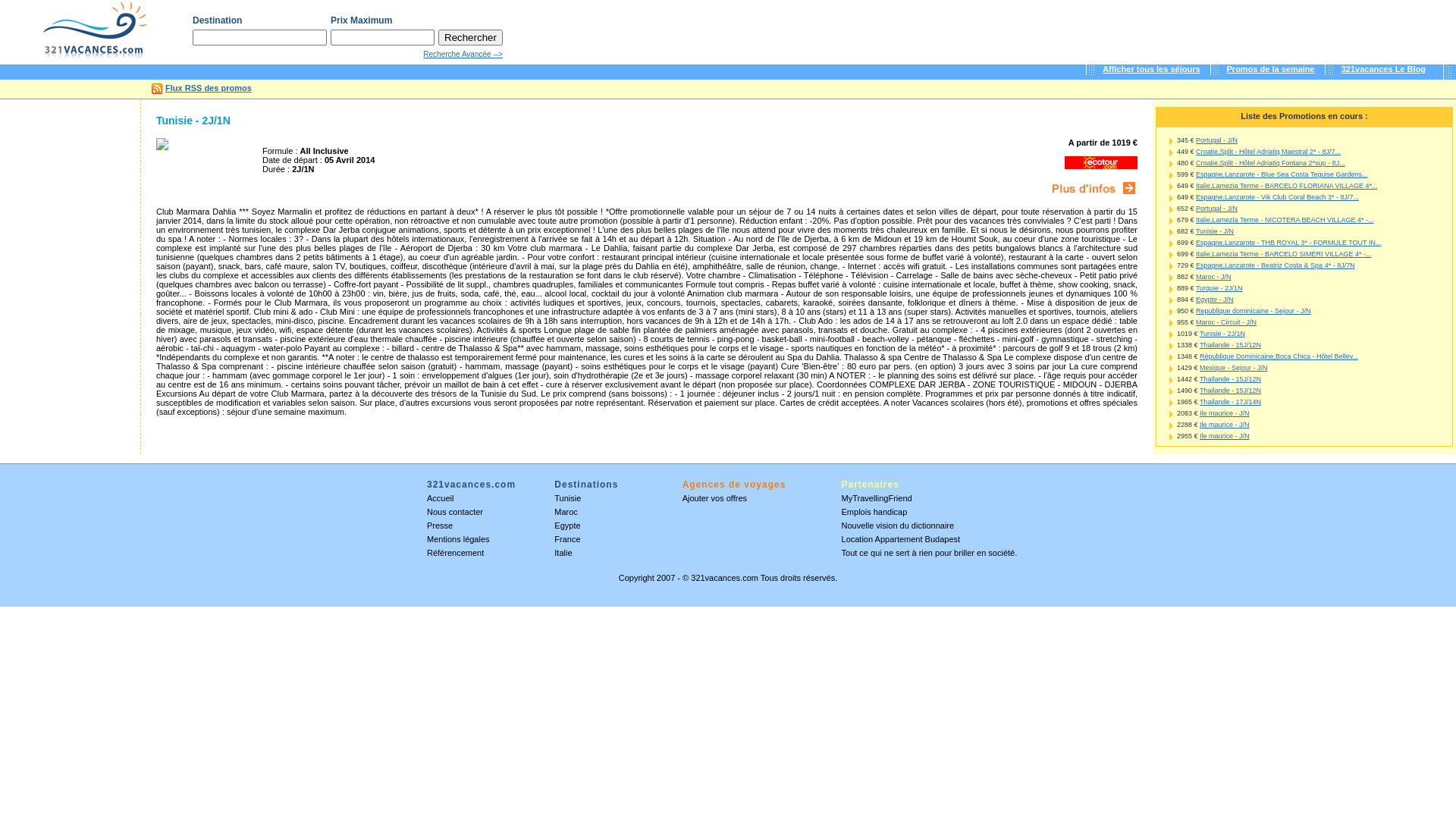 The image size is (1456, 819). I want to click on 'Ecotour', so click(1100, 162).